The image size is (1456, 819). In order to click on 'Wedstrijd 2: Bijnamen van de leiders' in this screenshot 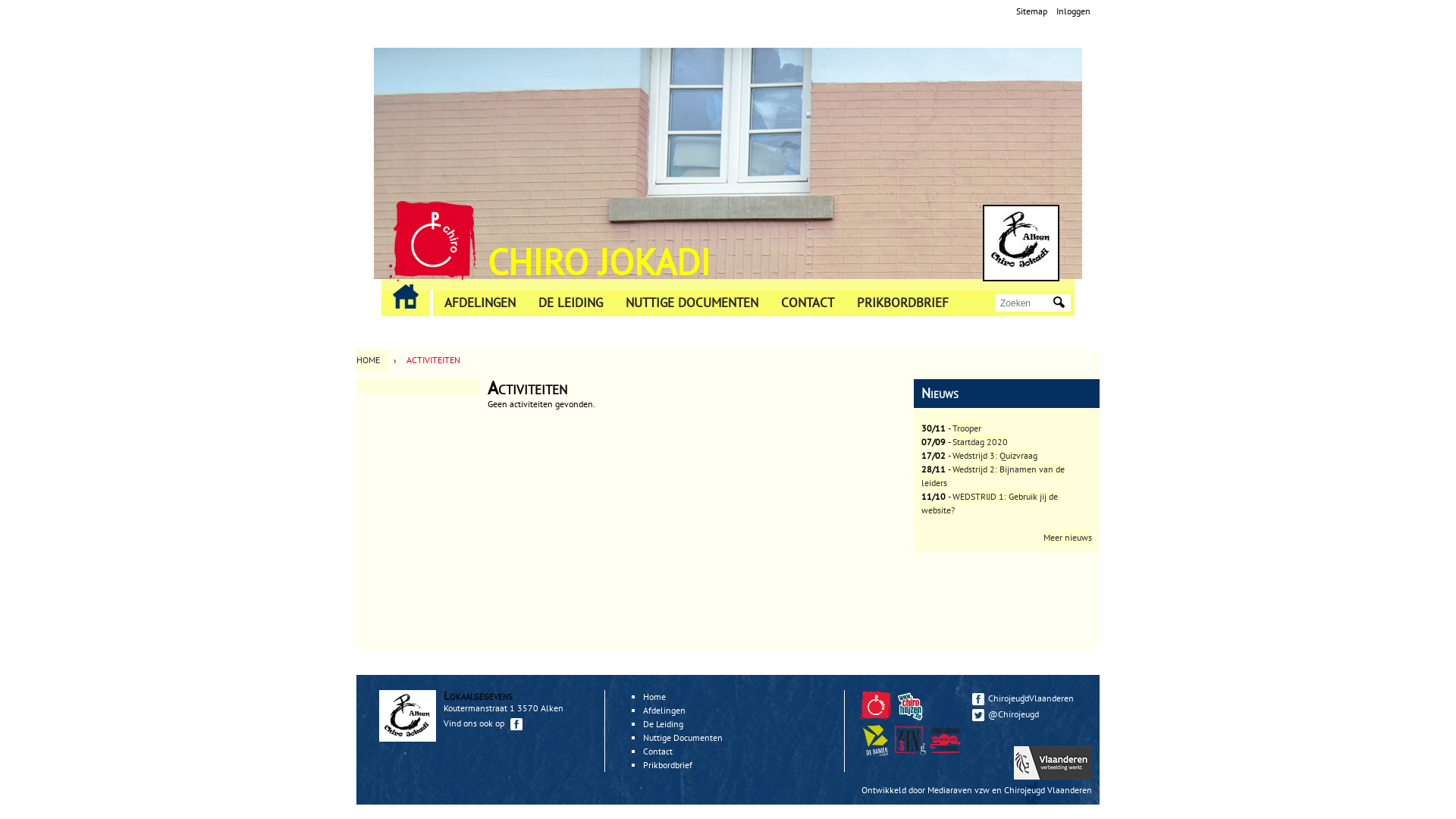, I will do `click(993, 475)`.